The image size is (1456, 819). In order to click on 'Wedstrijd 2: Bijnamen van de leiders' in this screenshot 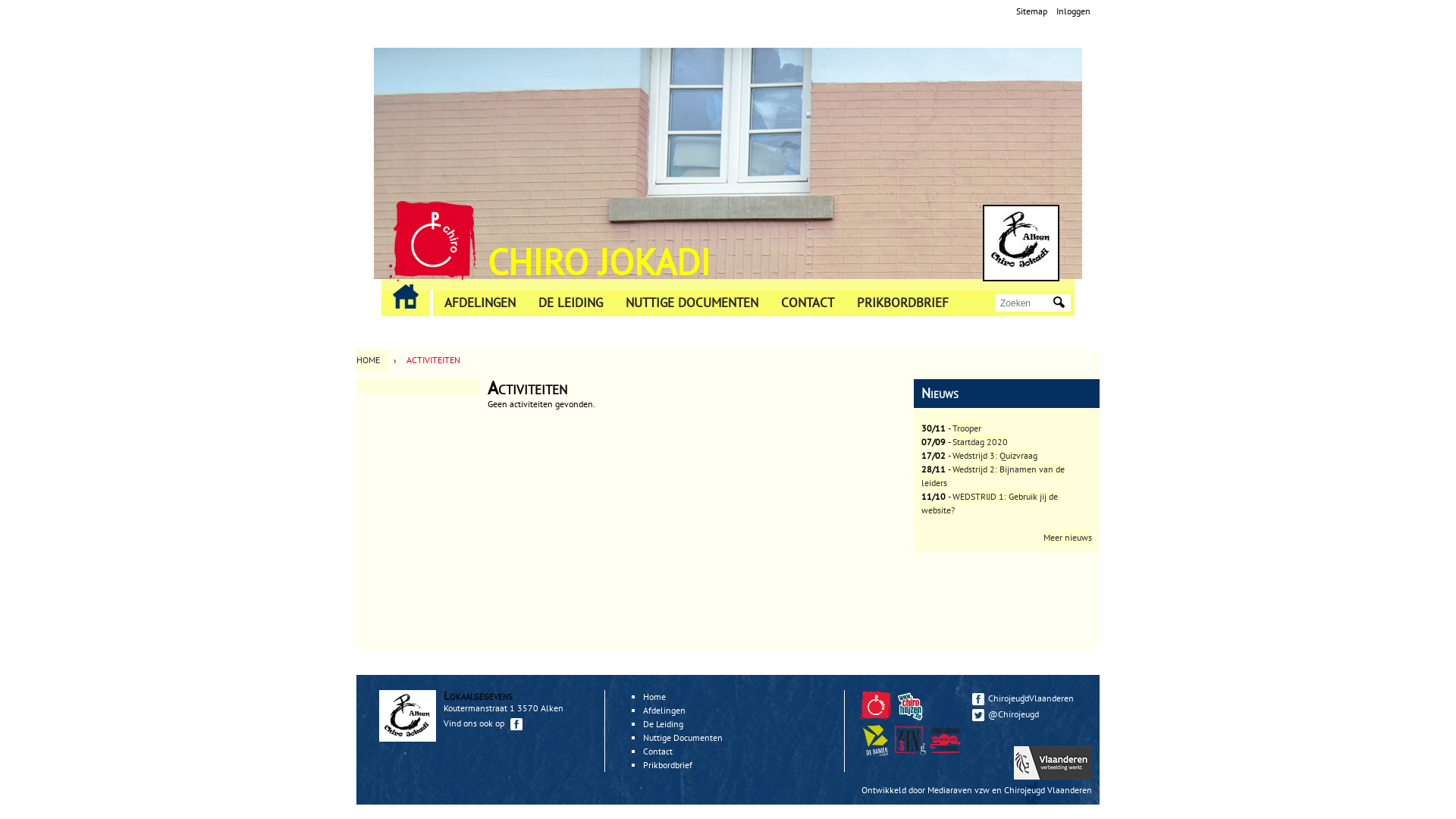, I will do `click(993, 475)`.